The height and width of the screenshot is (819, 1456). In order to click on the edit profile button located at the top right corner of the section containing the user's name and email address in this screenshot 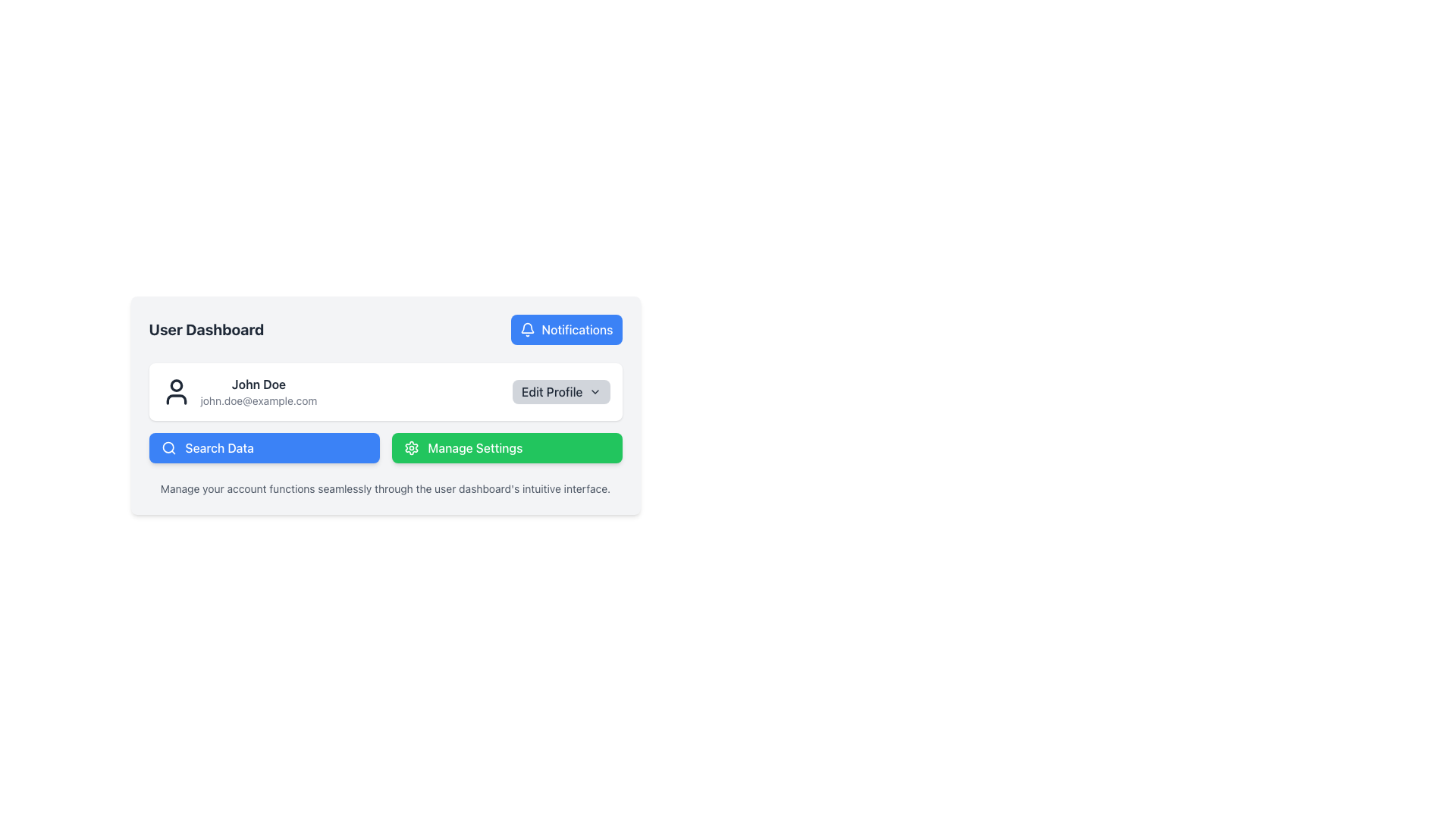, I will do `click(560, 391)`.